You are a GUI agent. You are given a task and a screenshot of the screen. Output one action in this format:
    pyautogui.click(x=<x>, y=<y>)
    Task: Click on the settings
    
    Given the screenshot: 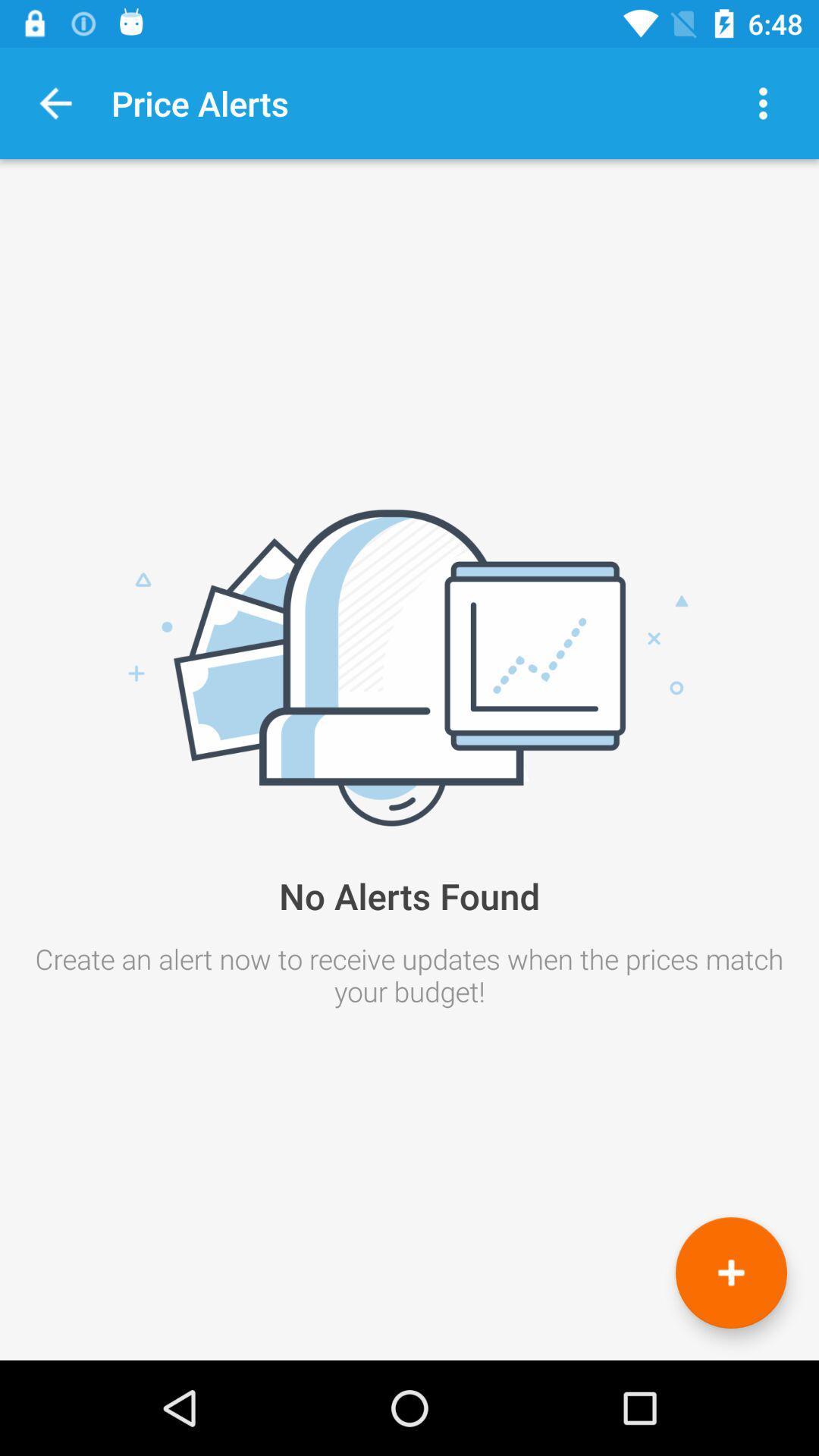 What is the action you would take?
    pyautogui.click(x=763, y=102)
    